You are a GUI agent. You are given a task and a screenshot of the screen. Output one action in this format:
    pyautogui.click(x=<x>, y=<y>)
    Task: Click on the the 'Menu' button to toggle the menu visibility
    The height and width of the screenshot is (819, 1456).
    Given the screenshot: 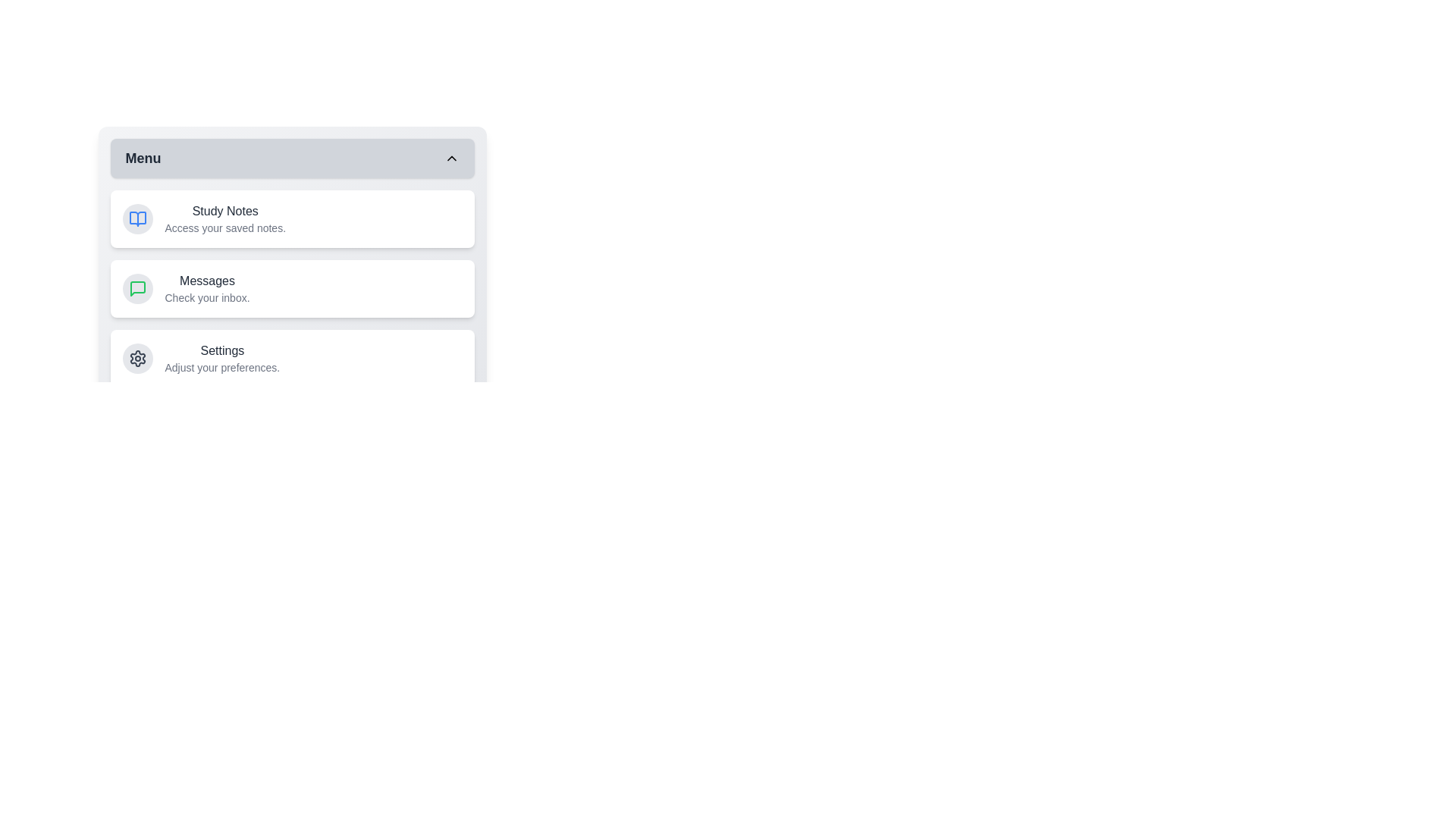 What is the action you would take?
    pyautogui.click(x=292, y=158)
    